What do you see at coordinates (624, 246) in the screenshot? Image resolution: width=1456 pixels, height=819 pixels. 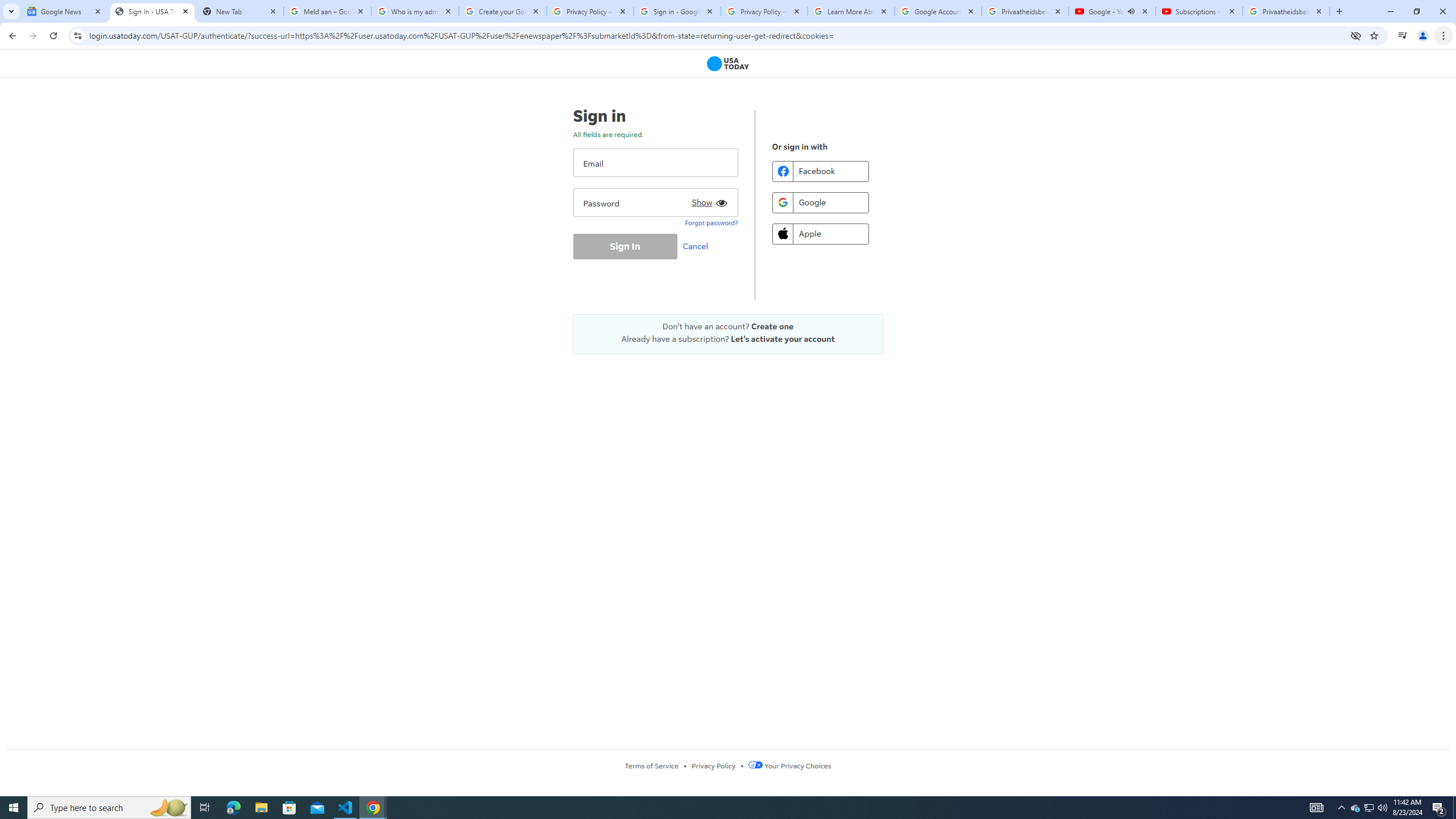 I see `'Sign In'` at bounding box center [624, 246].